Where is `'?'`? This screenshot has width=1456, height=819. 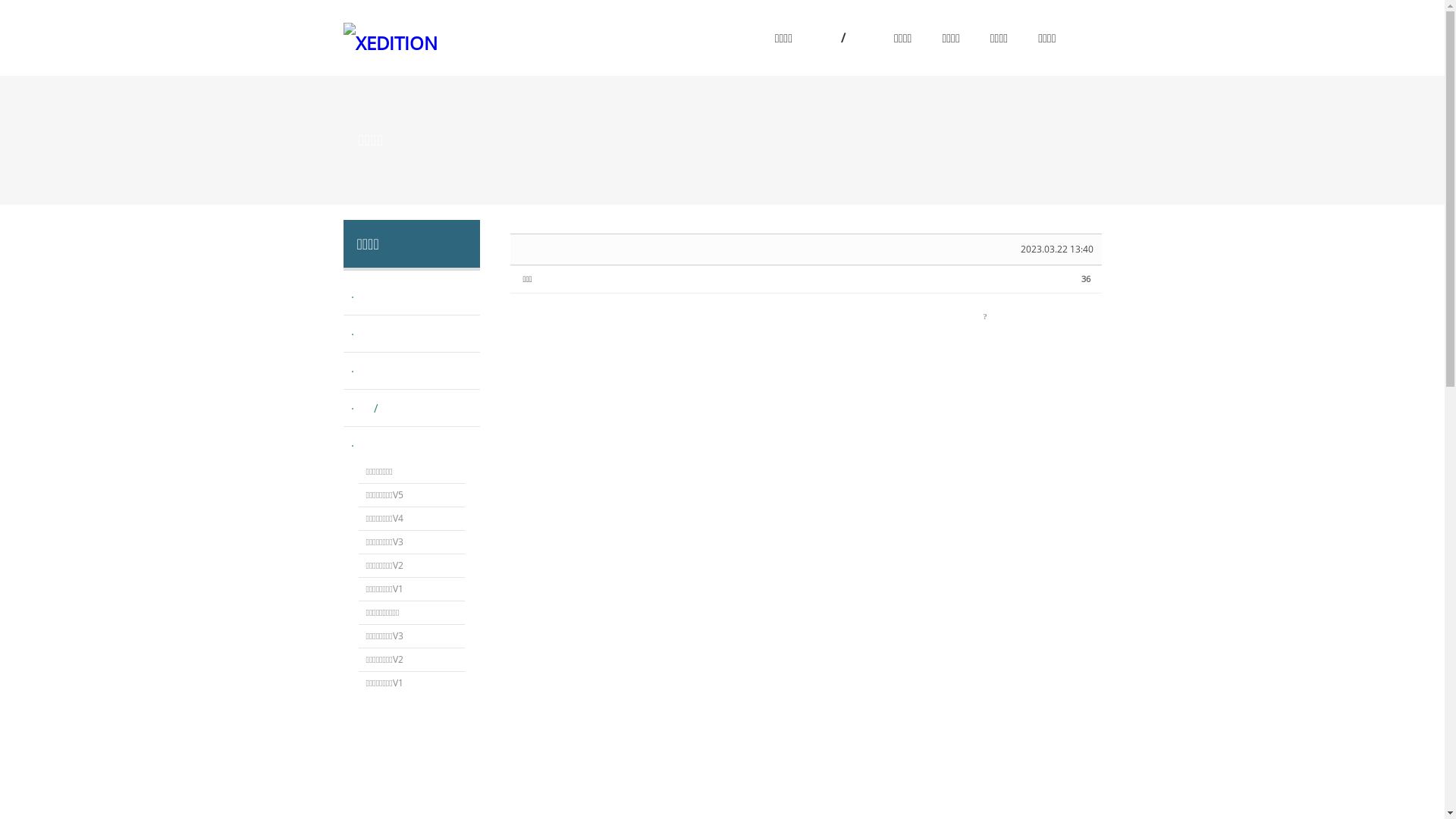
'?' is located at coordinates (984, 315).